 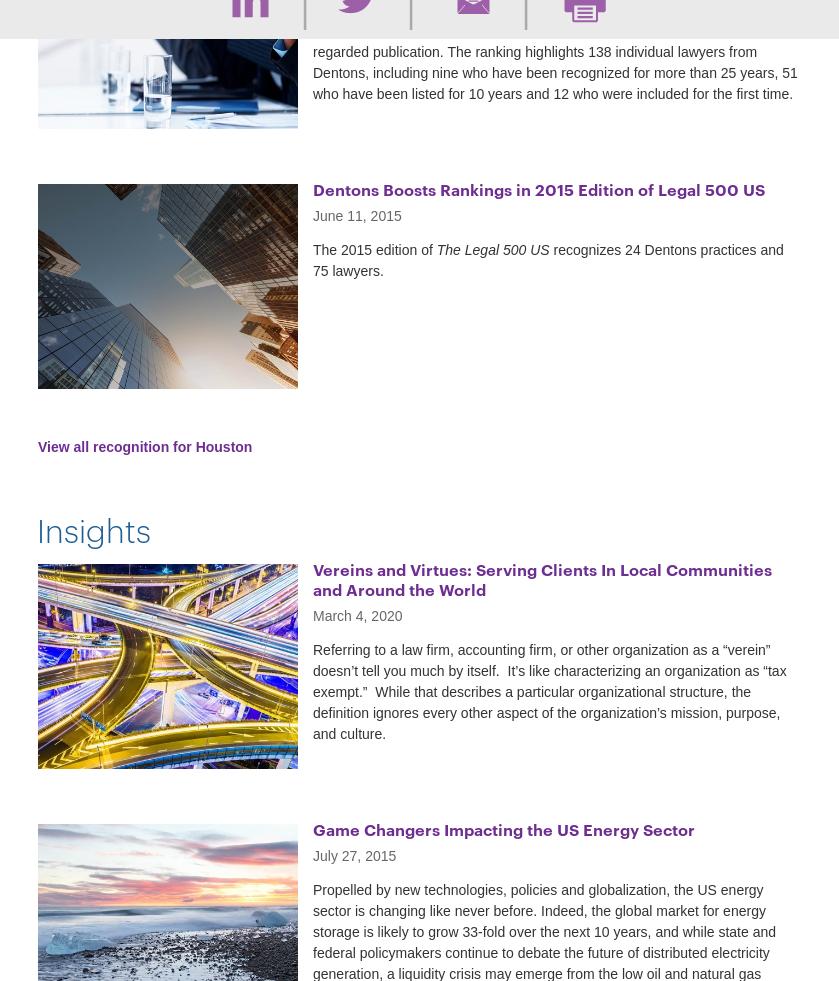 I want to click on 'The Best Lawyers in America', so click(x=532, y=18).